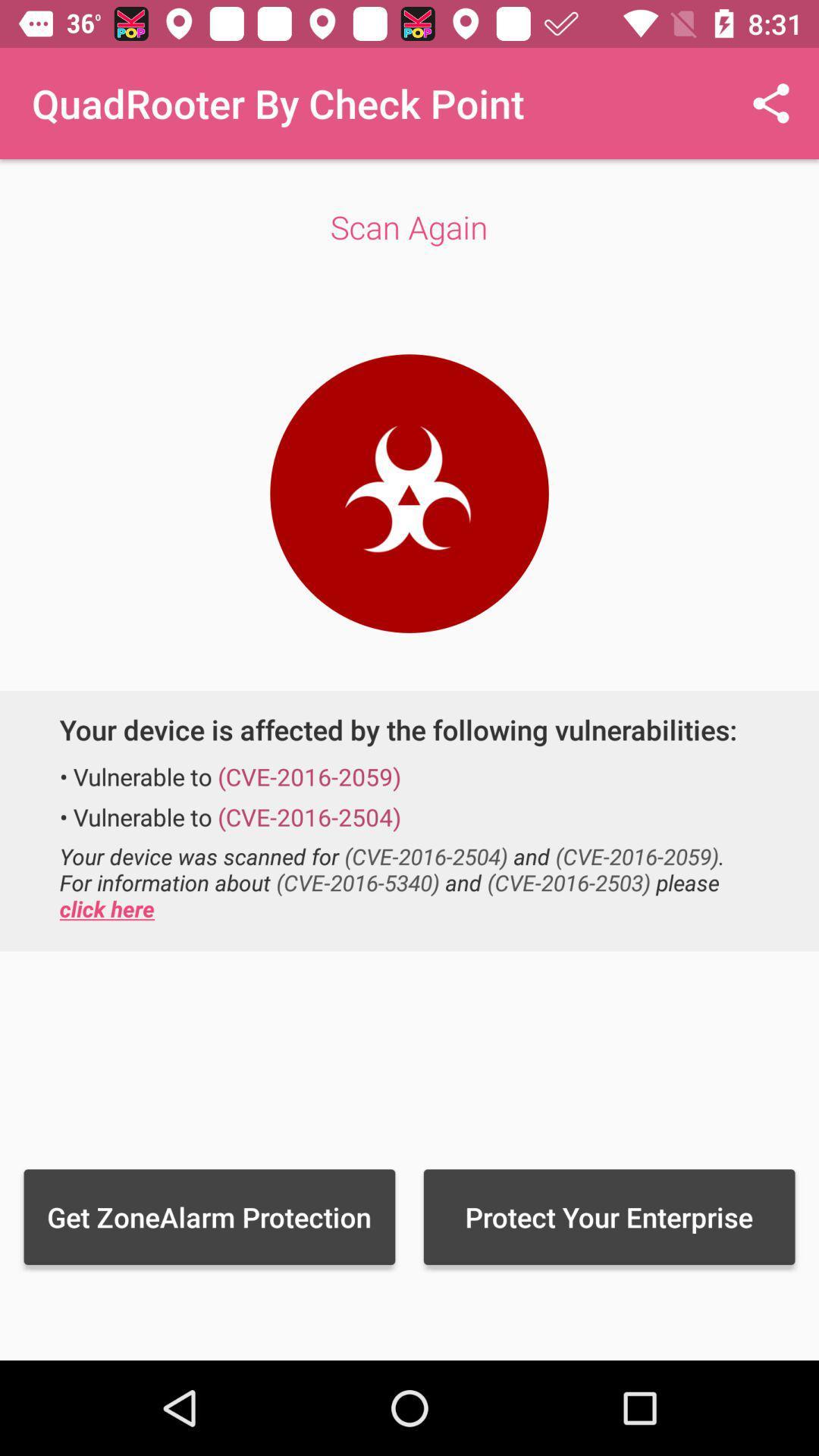  I want to click on the scan again item, so click(408, 226).